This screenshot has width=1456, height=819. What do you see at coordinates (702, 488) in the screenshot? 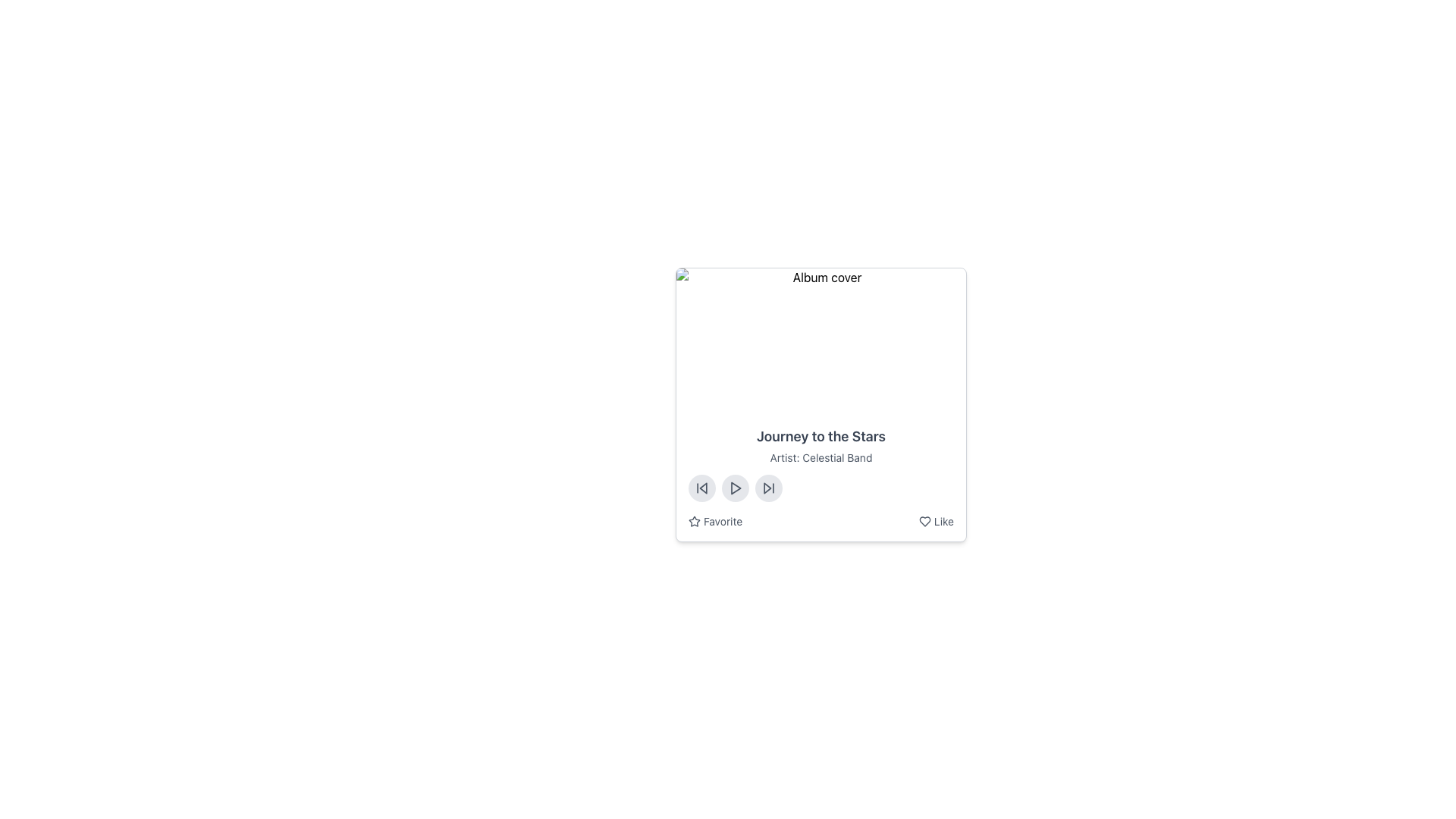
I see `the 'Skip Backward' button represented by the graphical element within the SVG located in the audio control section at the bottom left corner of the interface` at bounding box center [702, 488].